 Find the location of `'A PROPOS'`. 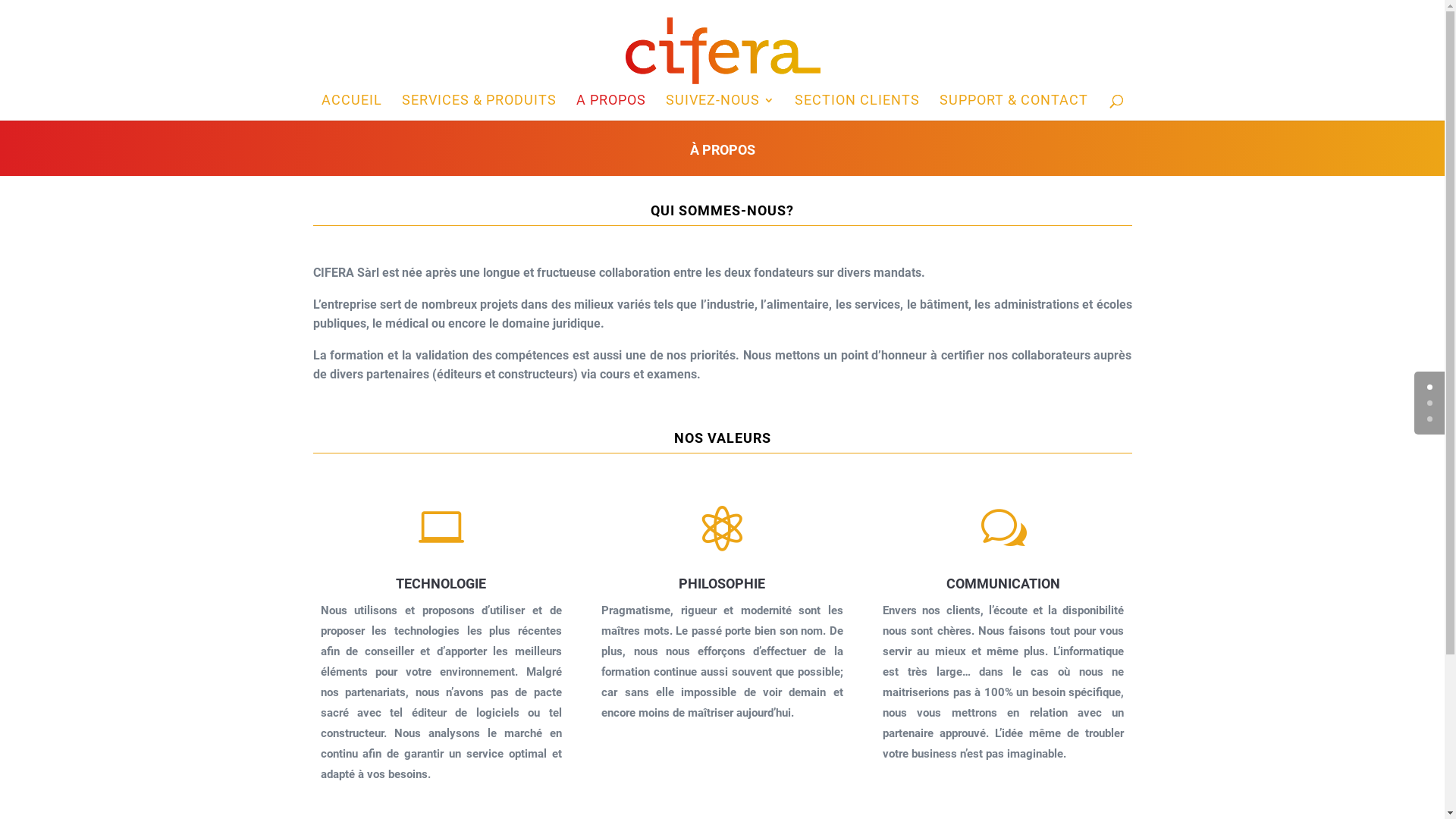

'A PROPOS' is located at coordinates (575, 107).